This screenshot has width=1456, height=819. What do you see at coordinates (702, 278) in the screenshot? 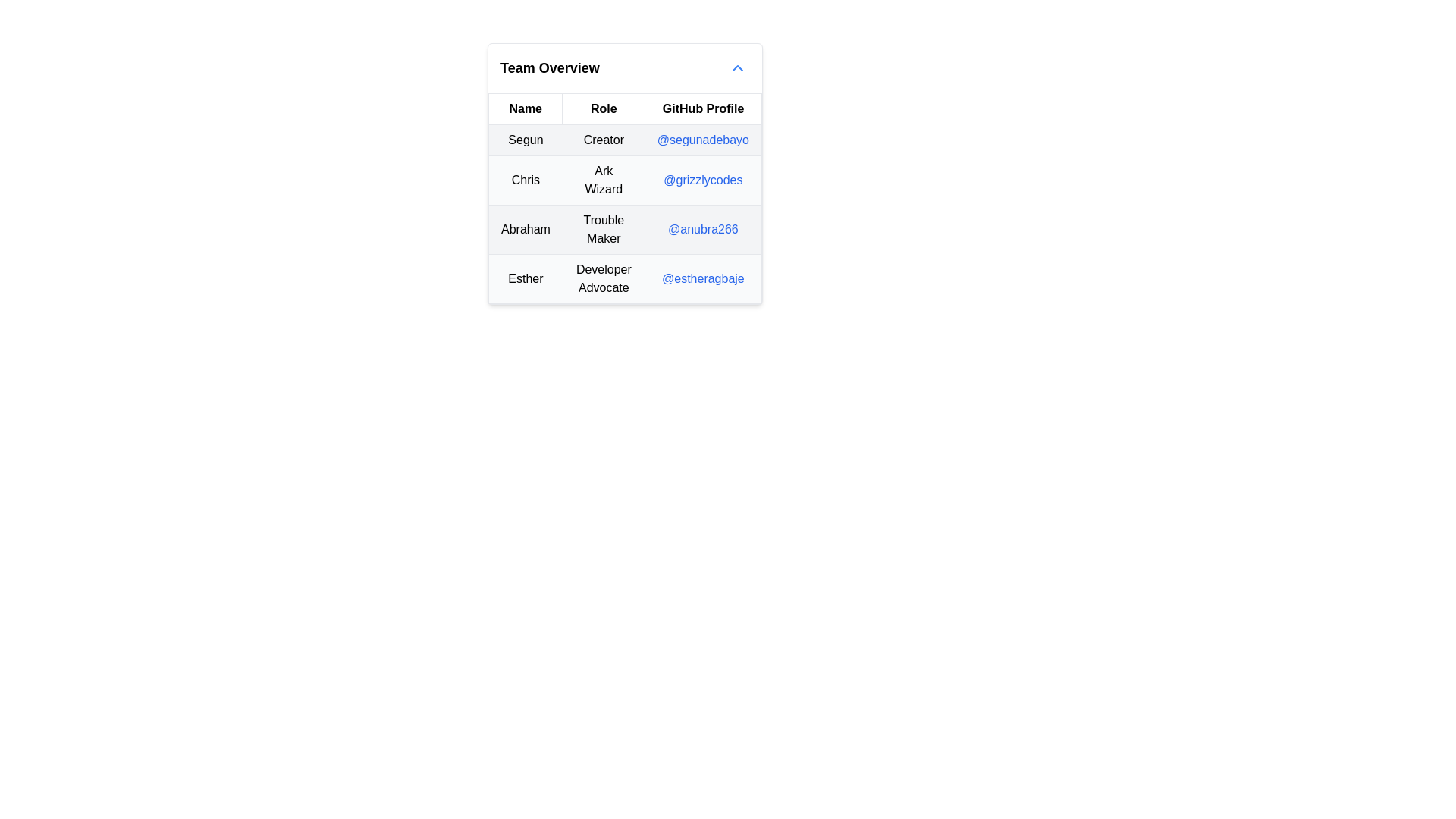
I see `the interactive hyperlink button located under the 'GitHub Profile' heading in the fourth row's third column` at bounding box center [702, 278].